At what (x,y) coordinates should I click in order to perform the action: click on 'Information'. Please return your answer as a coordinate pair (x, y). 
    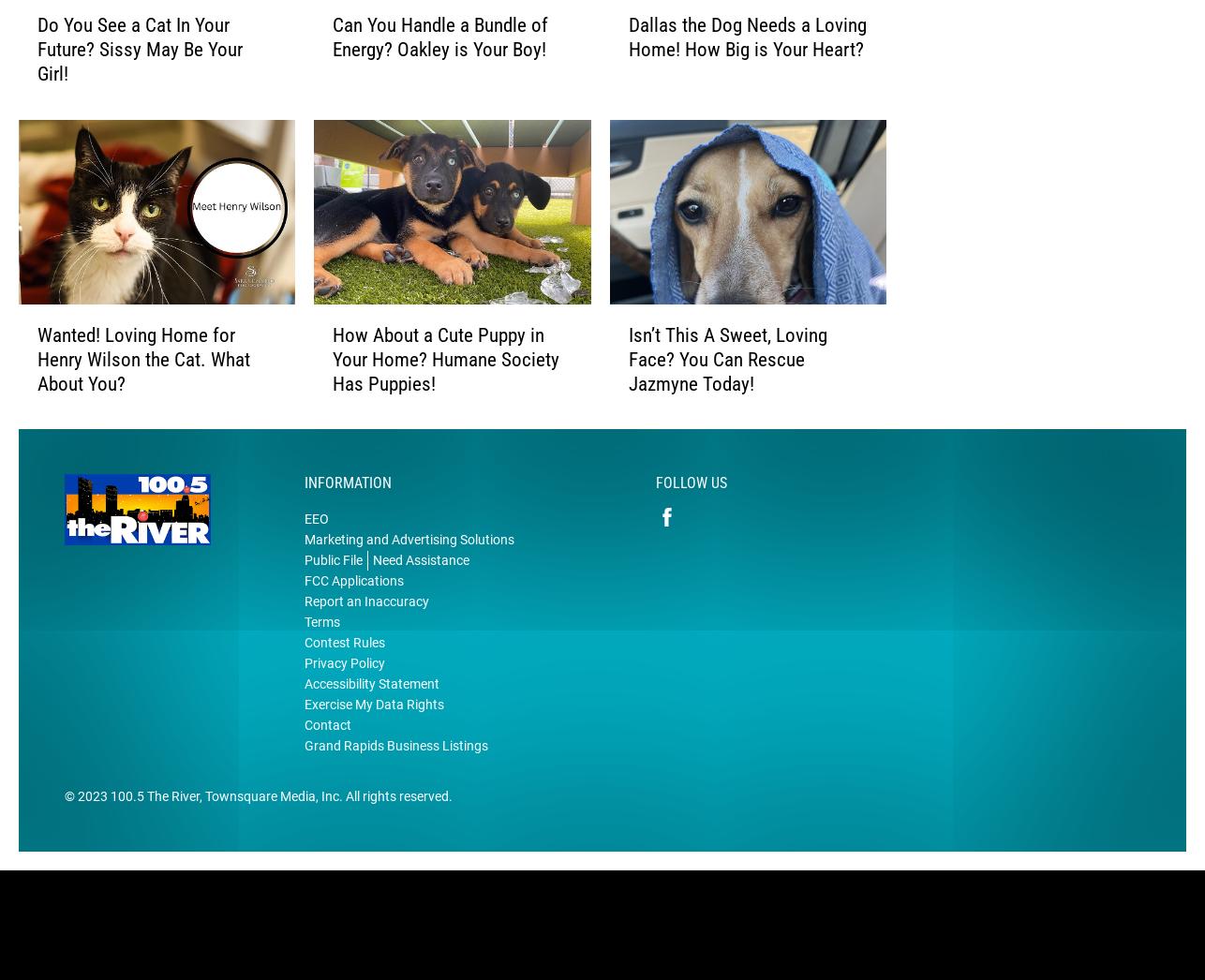
    Looking at the image, I should click on (347, 512).